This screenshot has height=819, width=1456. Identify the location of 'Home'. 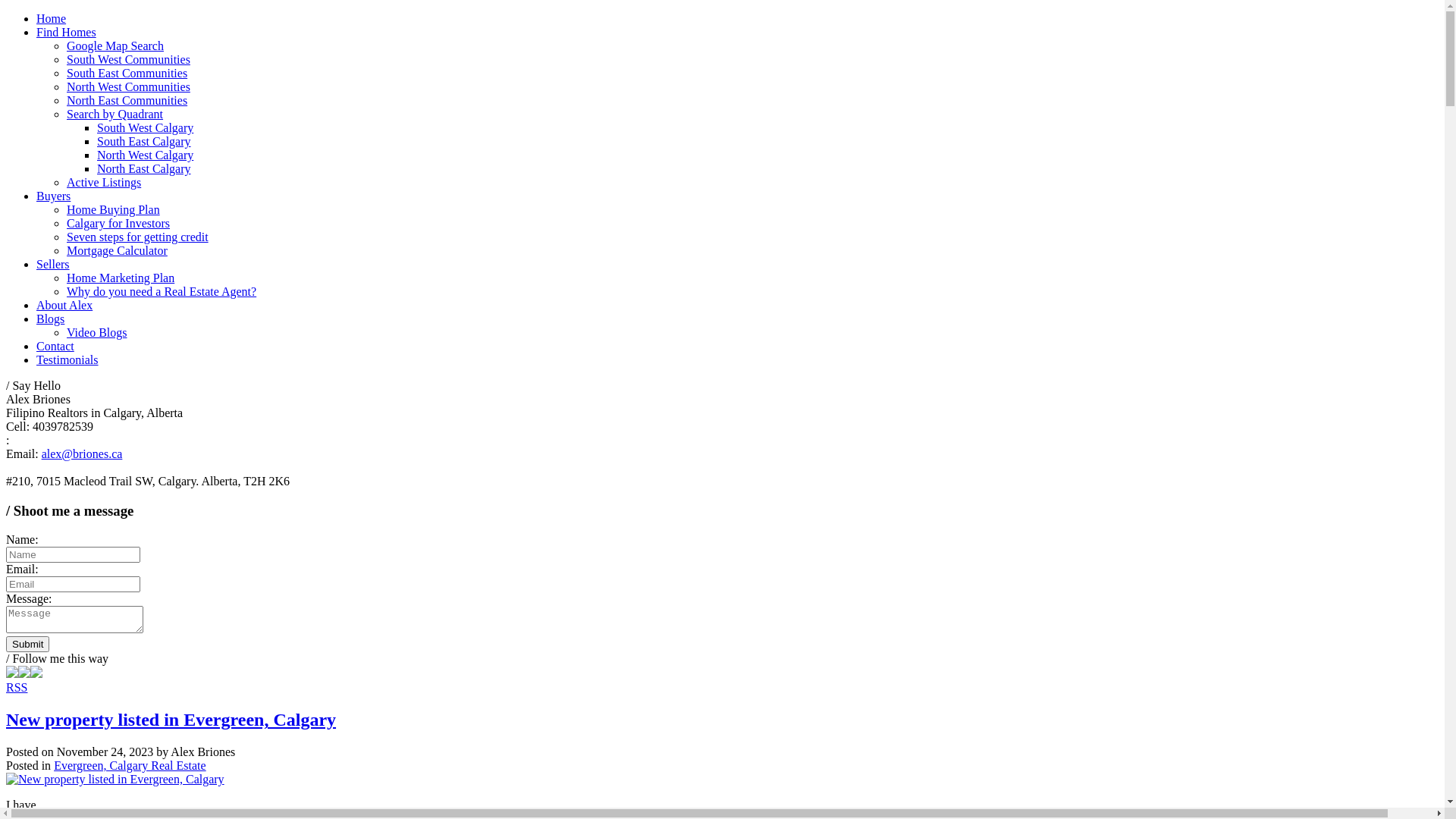
(51, 18).